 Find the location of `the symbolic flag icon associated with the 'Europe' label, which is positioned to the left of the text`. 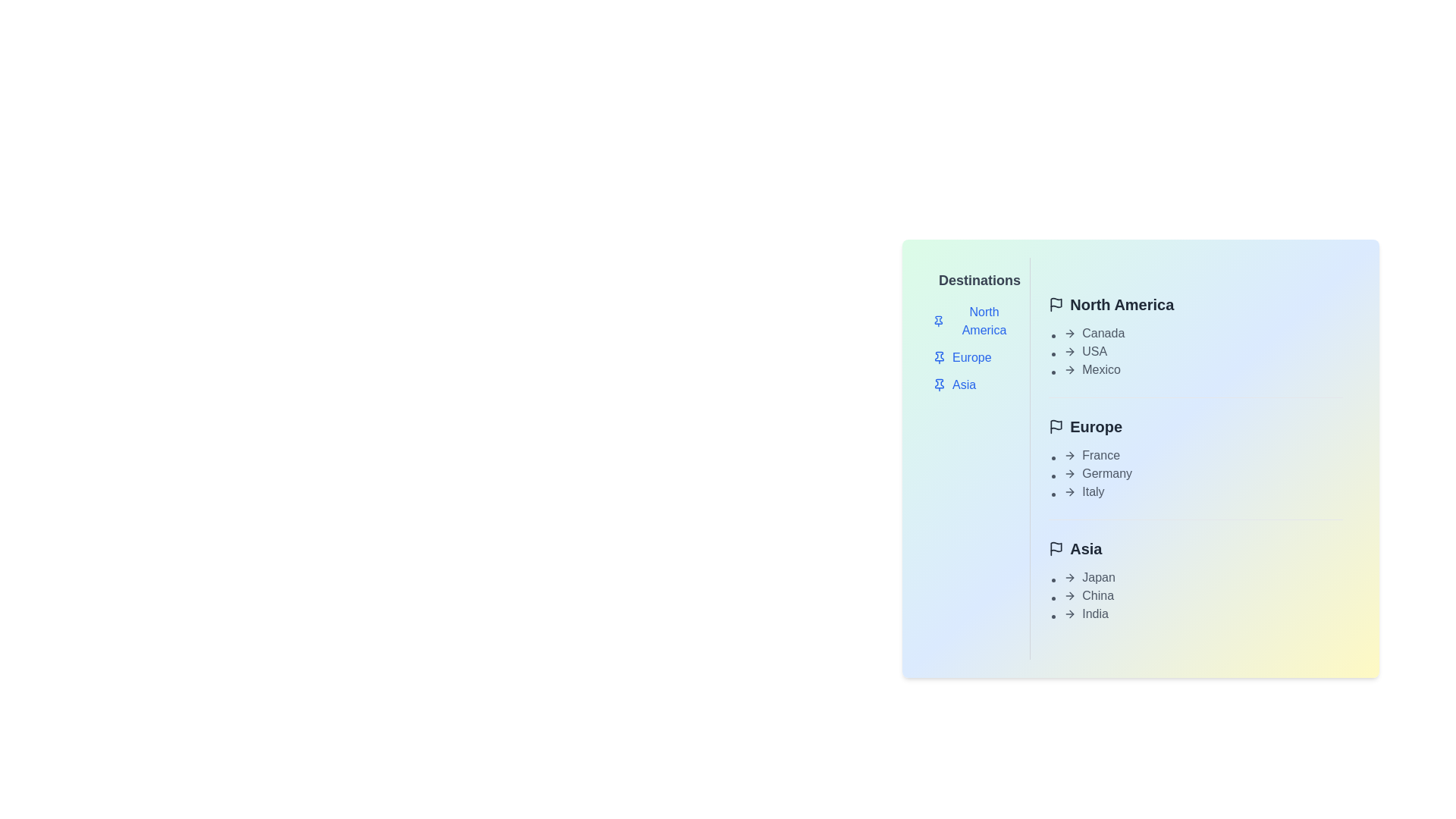

the symbolic flag icon associated with the 'Europe' label, which is positioned to the left of the text is located at coordinates (1056, 427).